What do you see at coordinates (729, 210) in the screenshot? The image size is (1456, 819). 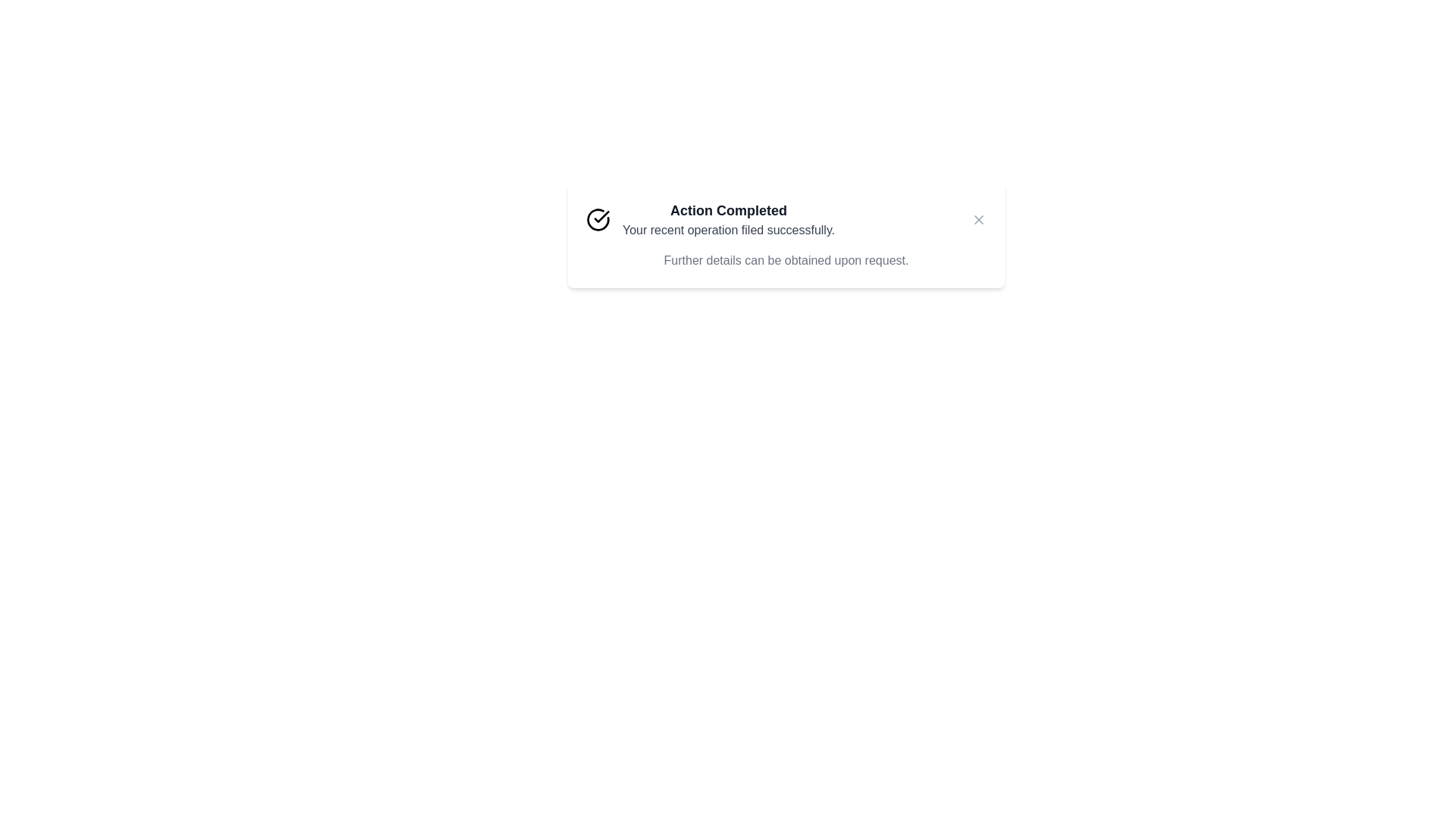 I see `the Text Label that indicates the successful completion of an action` at bounding box center [729, 210].